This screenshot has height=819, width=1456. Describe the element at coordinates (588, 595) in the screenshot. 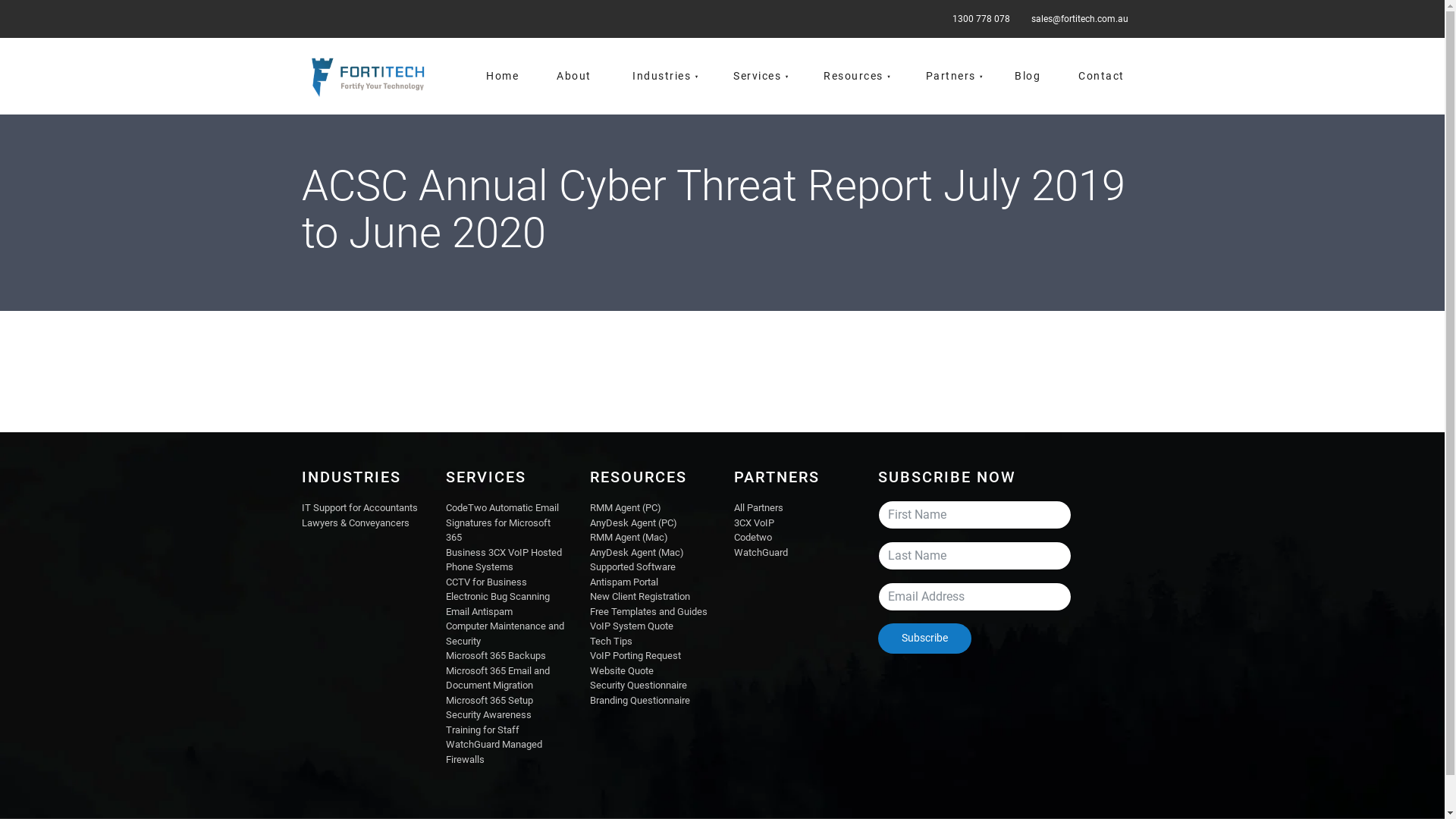

I see `'New Client Registration'` at that location.